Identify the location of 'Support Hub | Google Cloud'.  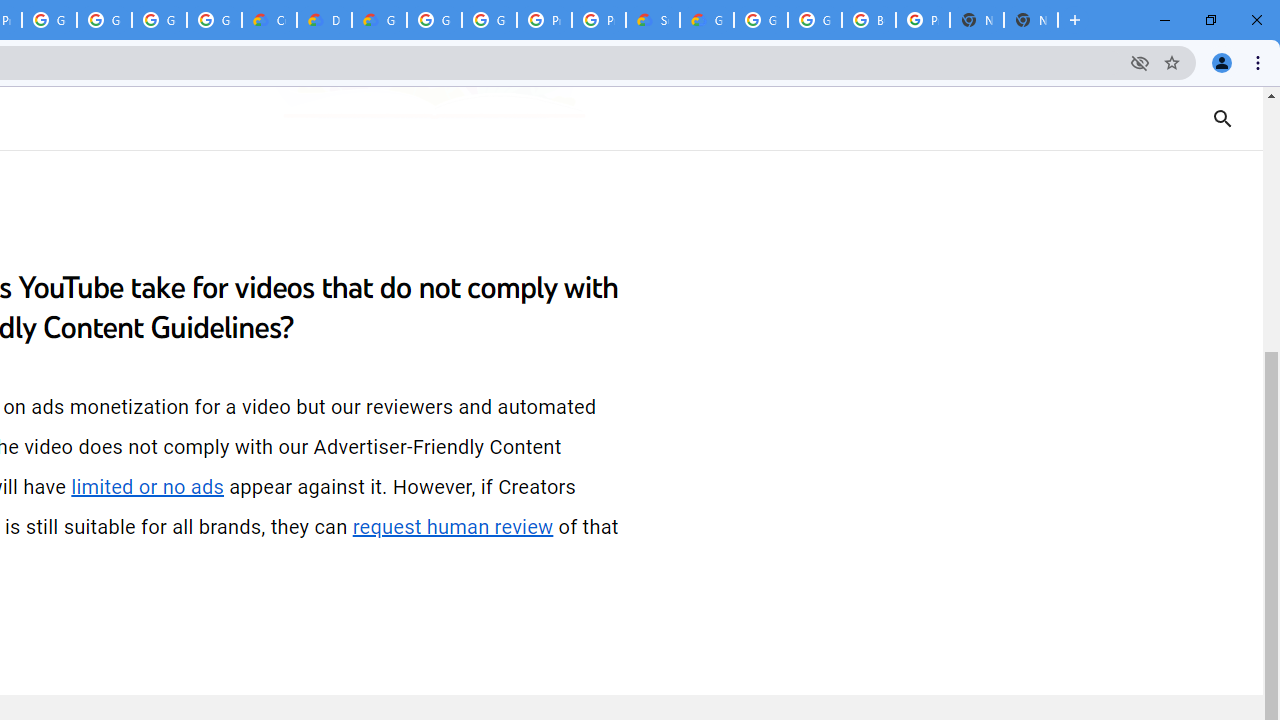
(652, 20).